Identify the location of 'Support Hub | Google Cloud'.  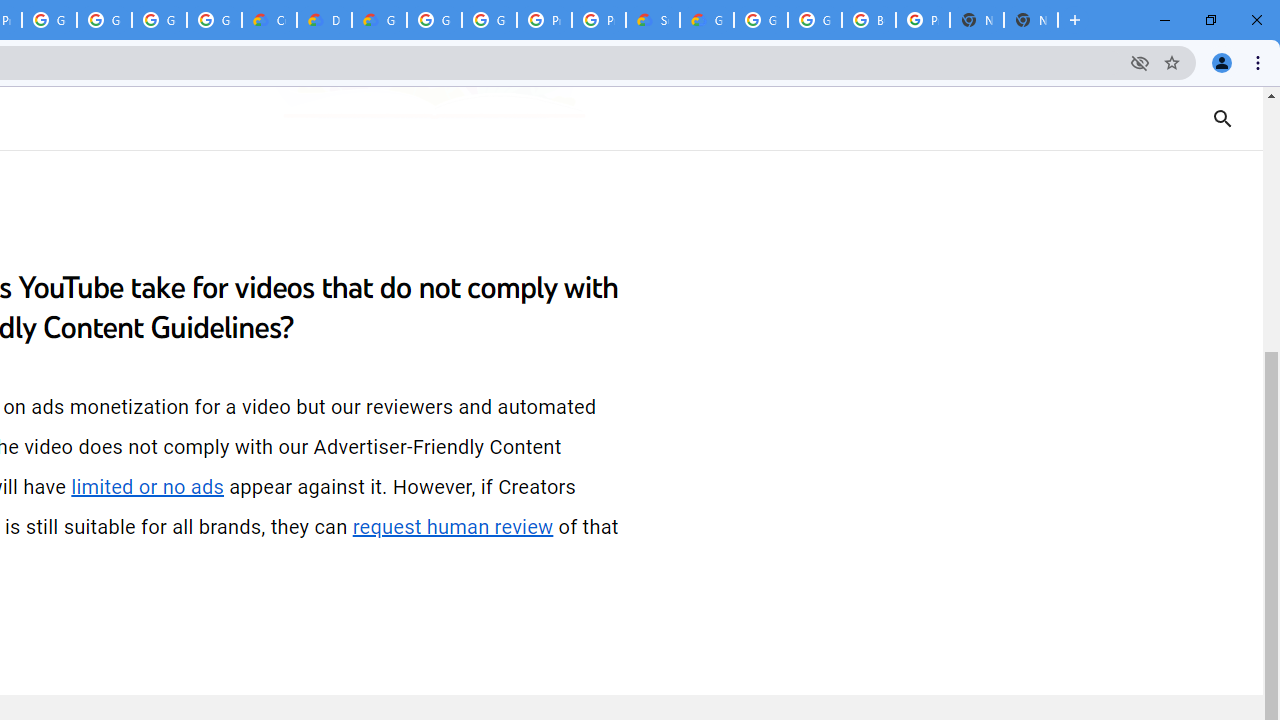
(652, 20).